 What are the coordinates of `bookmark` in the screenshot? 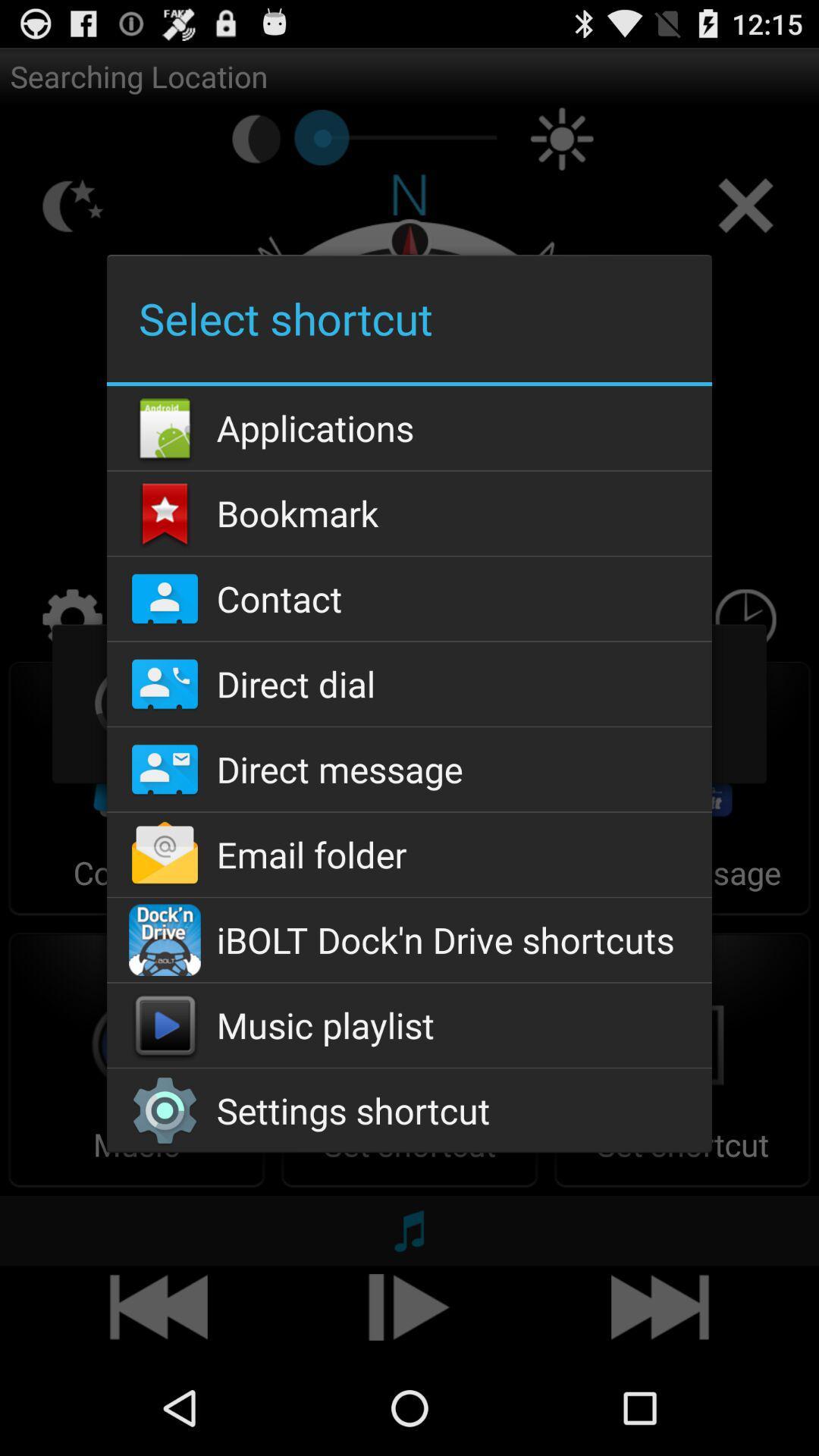 It's located at (409, 513).